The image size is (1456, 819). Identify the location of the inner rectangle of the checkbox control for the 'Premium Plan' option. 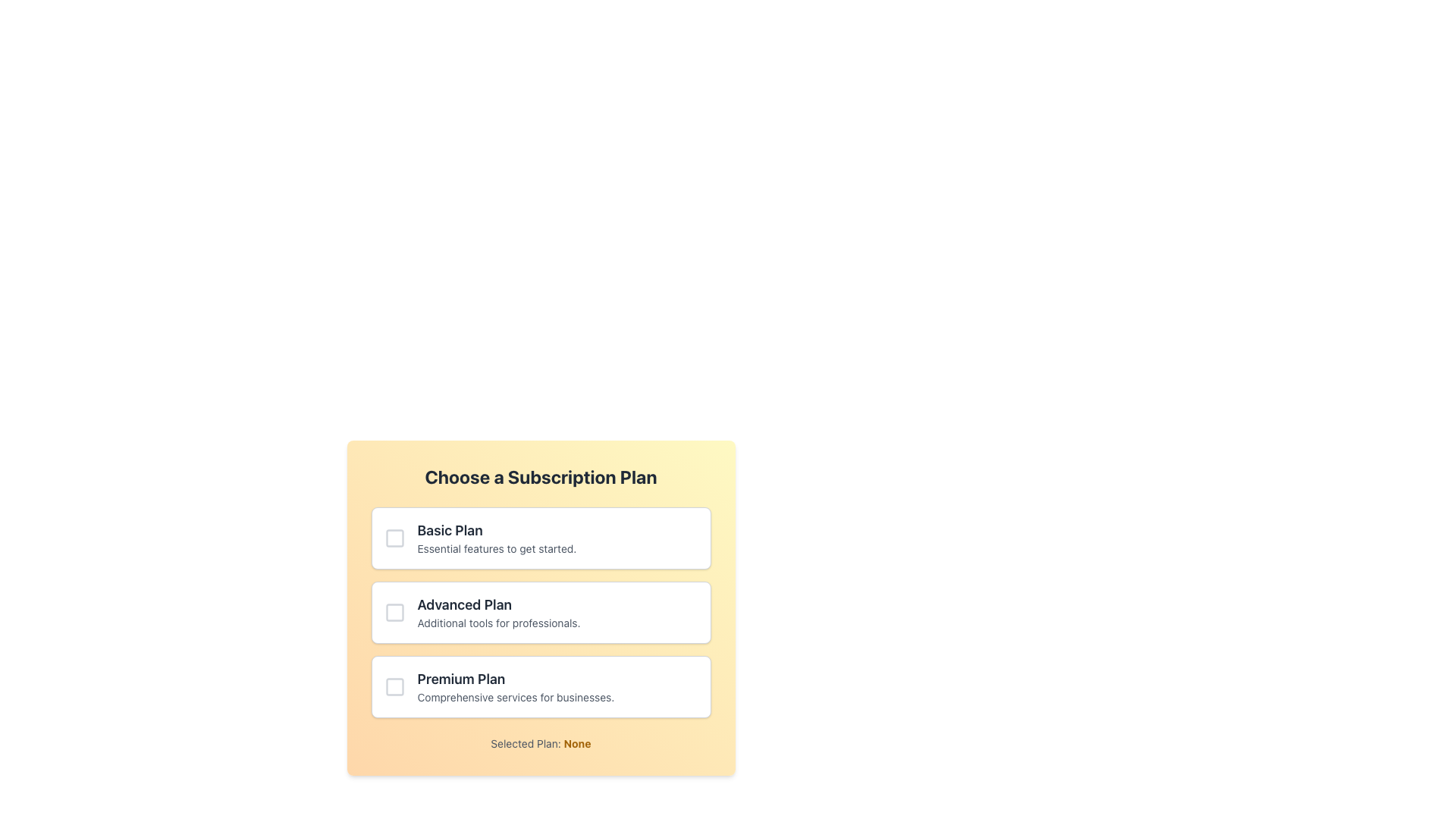
(394, 687).